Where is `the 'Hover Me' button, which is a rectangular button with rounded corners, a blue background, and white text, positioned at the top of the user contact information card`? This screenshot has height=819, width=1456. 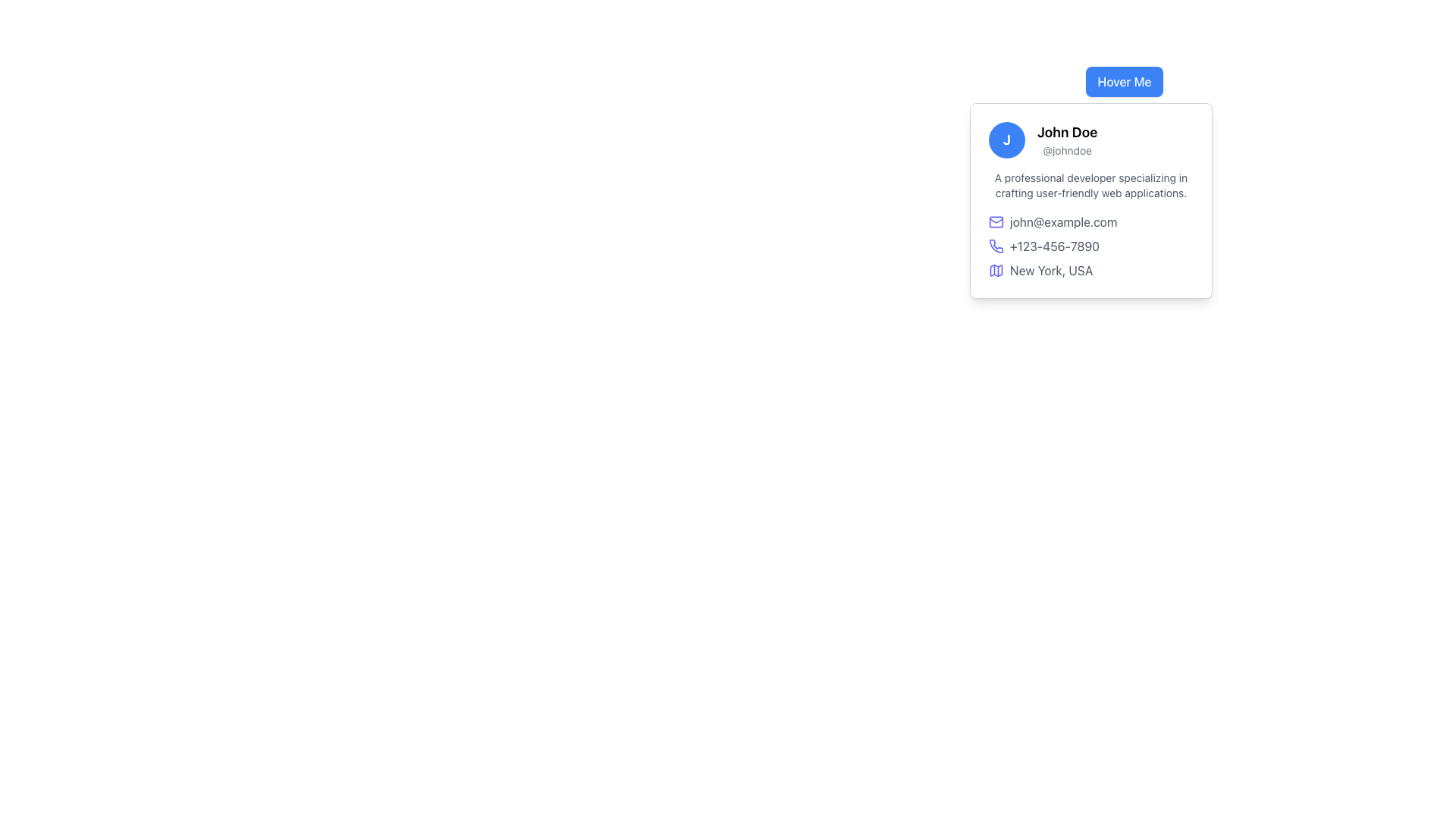 the 'Hover Me' button, which is a rectangular button with rounded corners, a blue background, and white text, positioned at the top of the user contact information card is located at coordinates (1125, 82).